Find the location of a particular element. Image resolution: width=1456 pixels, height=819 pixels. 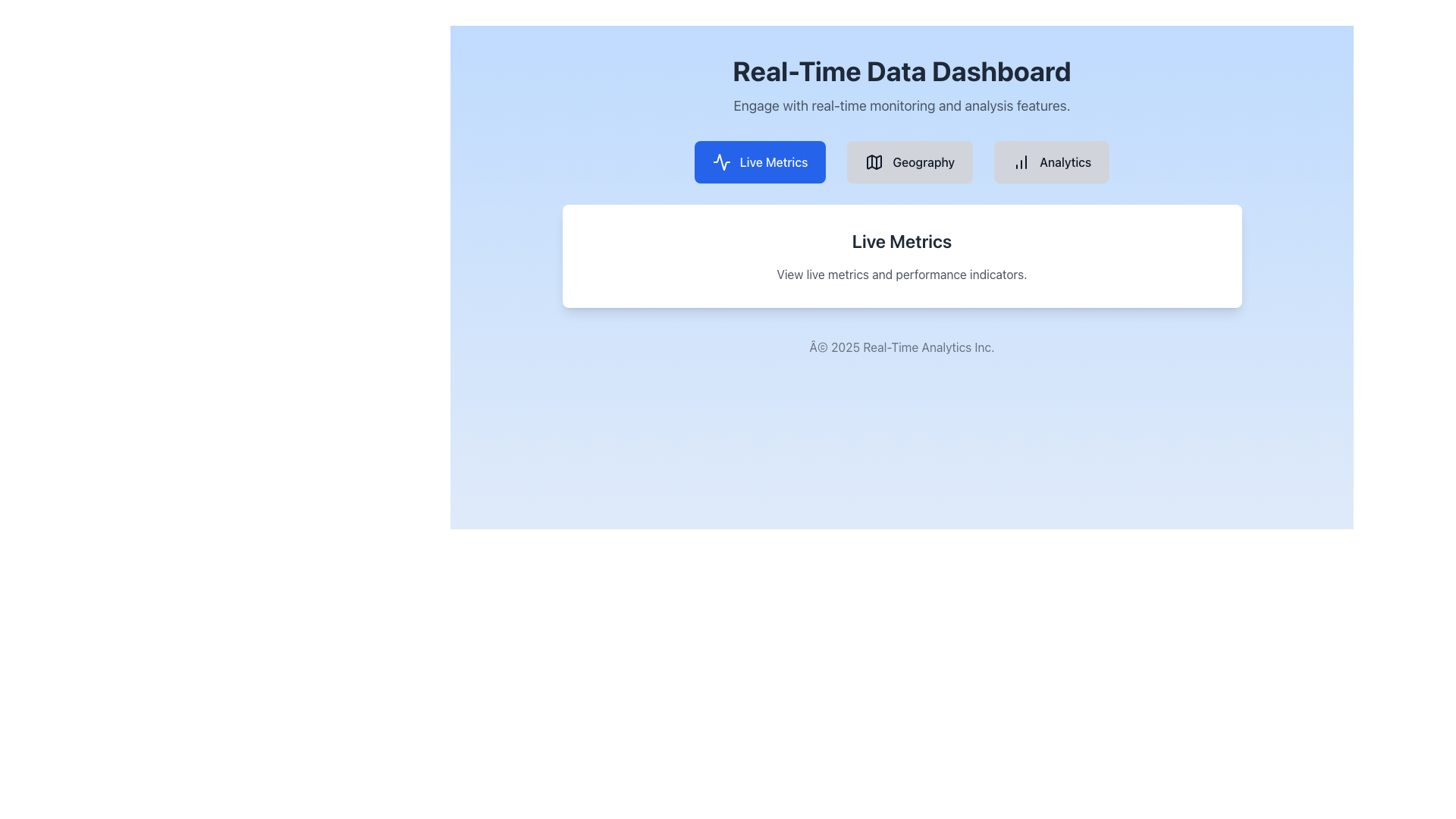

the icon depicting three vertical bars representing a bar chart, located to the left of the 'Analytics' button in the Real-Time Data Dashboard is located at coordinates (1021, 162).